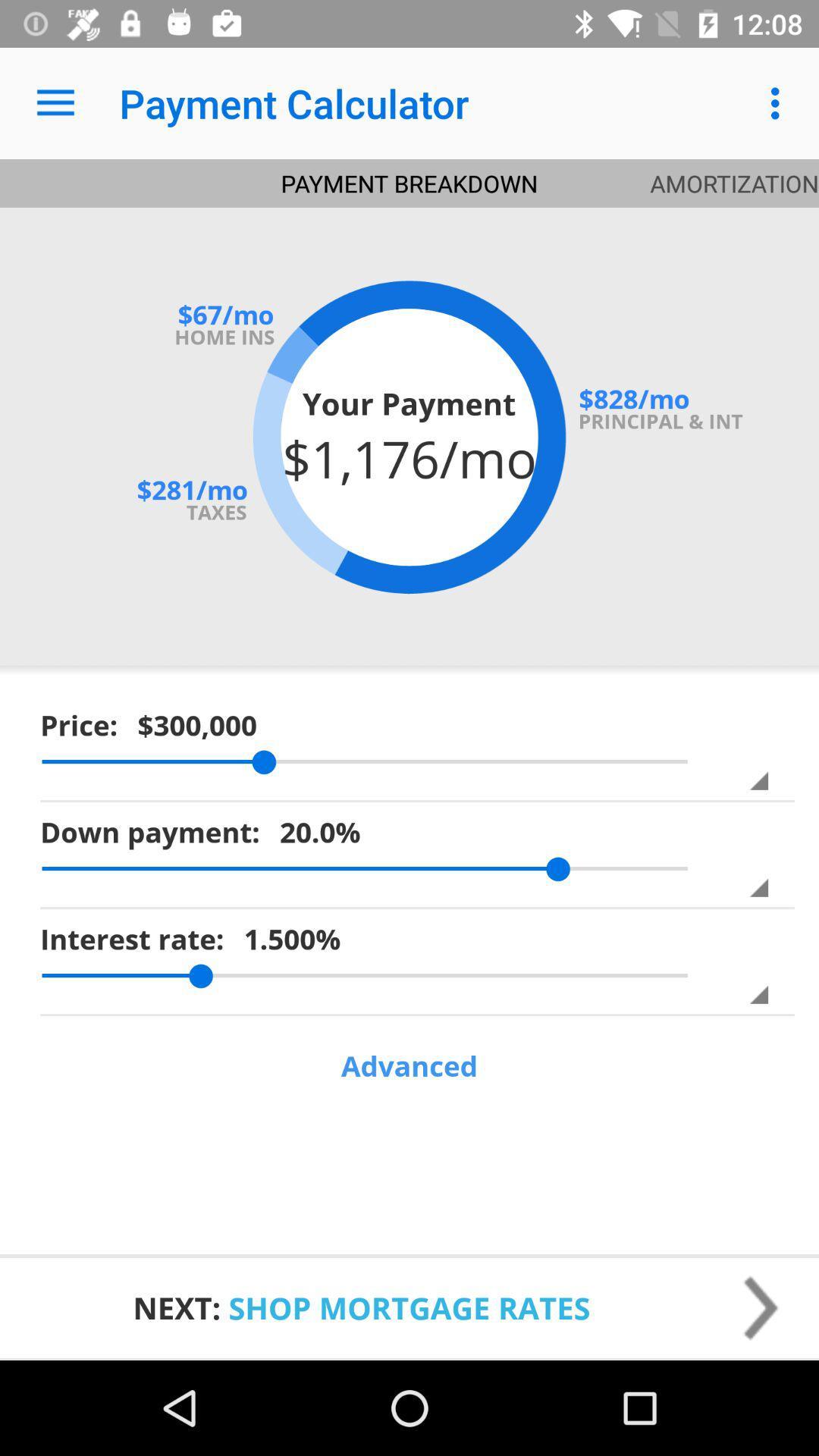 The image size is (819, 1456). Describe the element at coordinates (55, 102) in the screenshot. I see `the icon at the top left corner` at that location.